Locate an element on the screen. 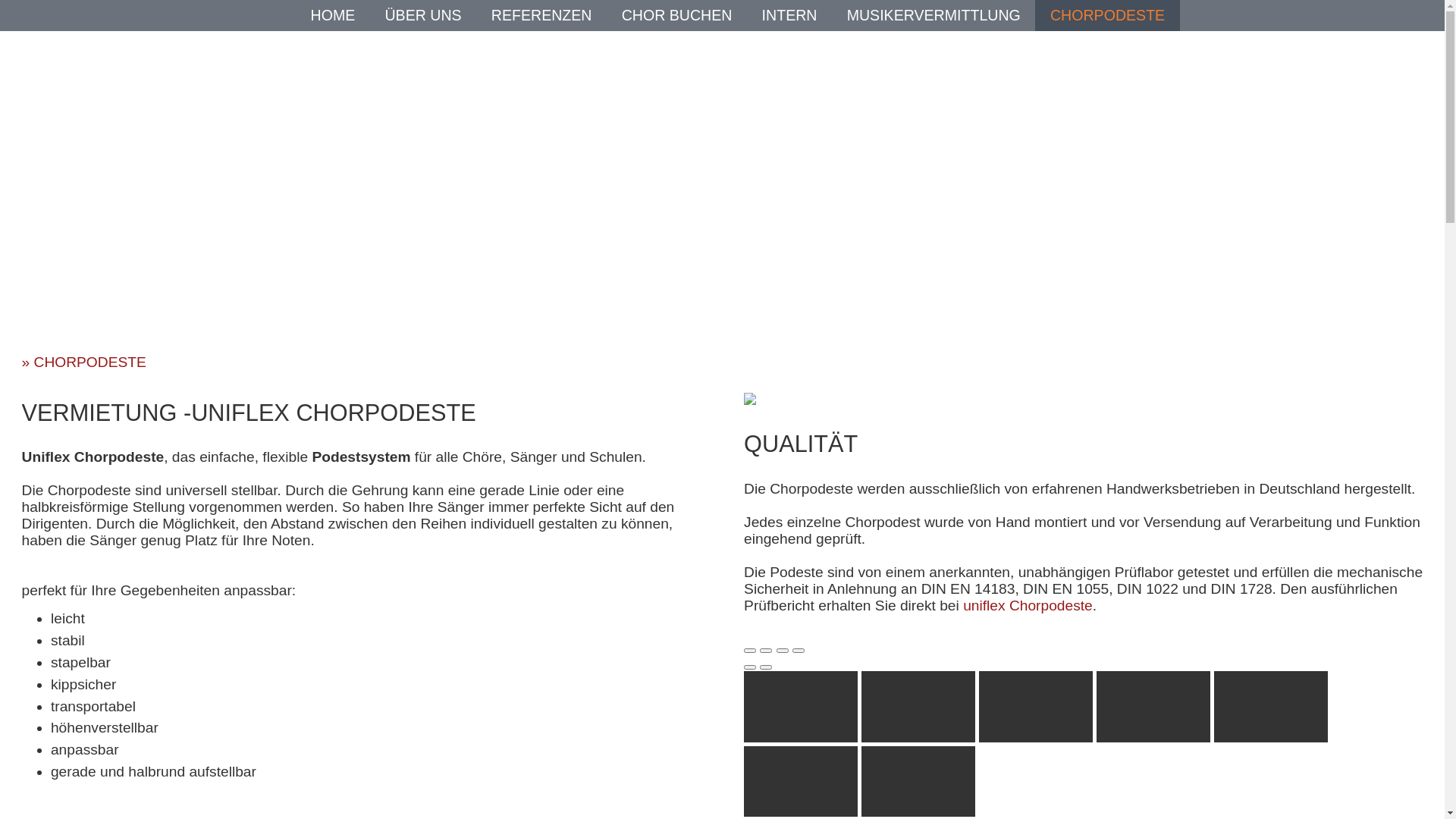 Image resolution: width=1456 pixels, height=819 pixels. 'Next (arrow right)' is located at coordinates (765, 666).